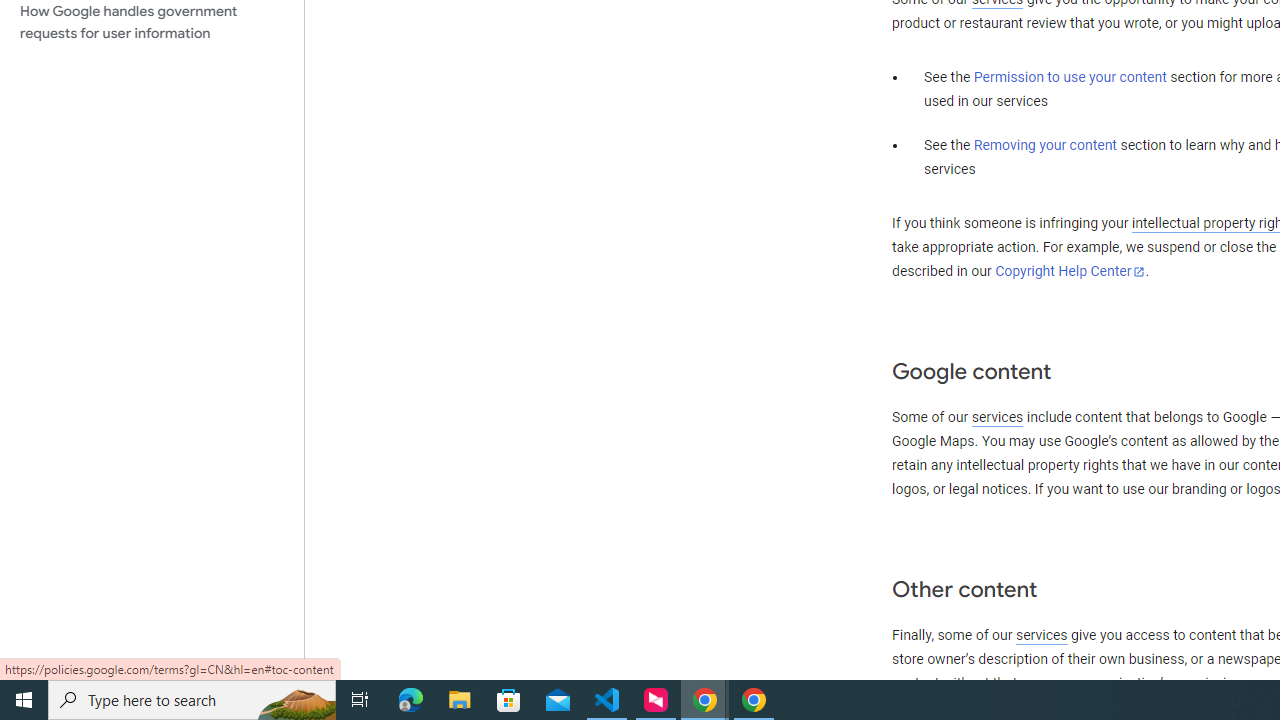  Describe the element at coordinates (1069, 271) in the screenshot. I see `'Copyright Help Center'` at that location.